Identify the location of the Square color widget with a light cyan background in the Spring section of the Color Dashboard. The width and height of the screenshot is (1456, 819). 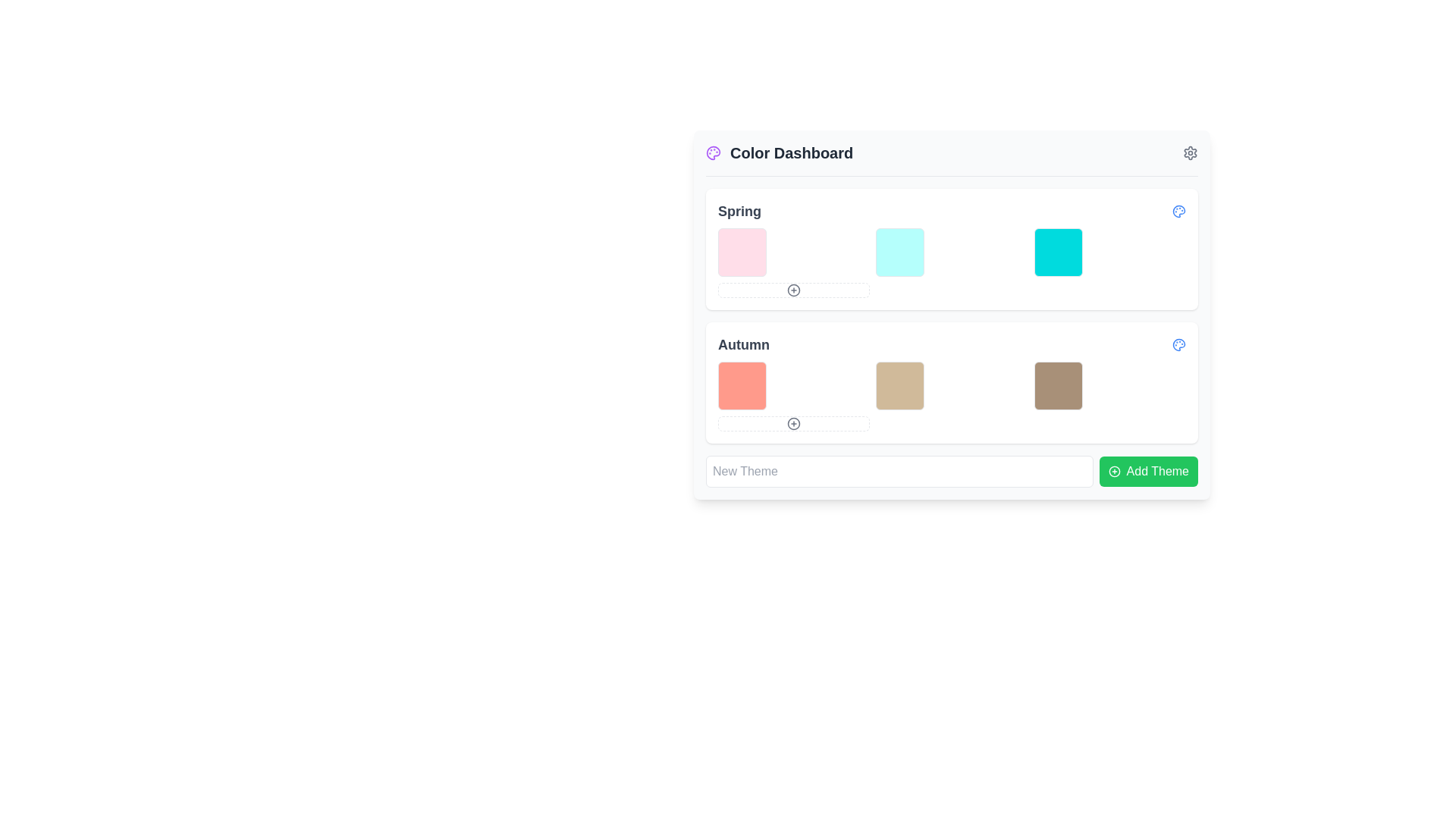
(900, 251).